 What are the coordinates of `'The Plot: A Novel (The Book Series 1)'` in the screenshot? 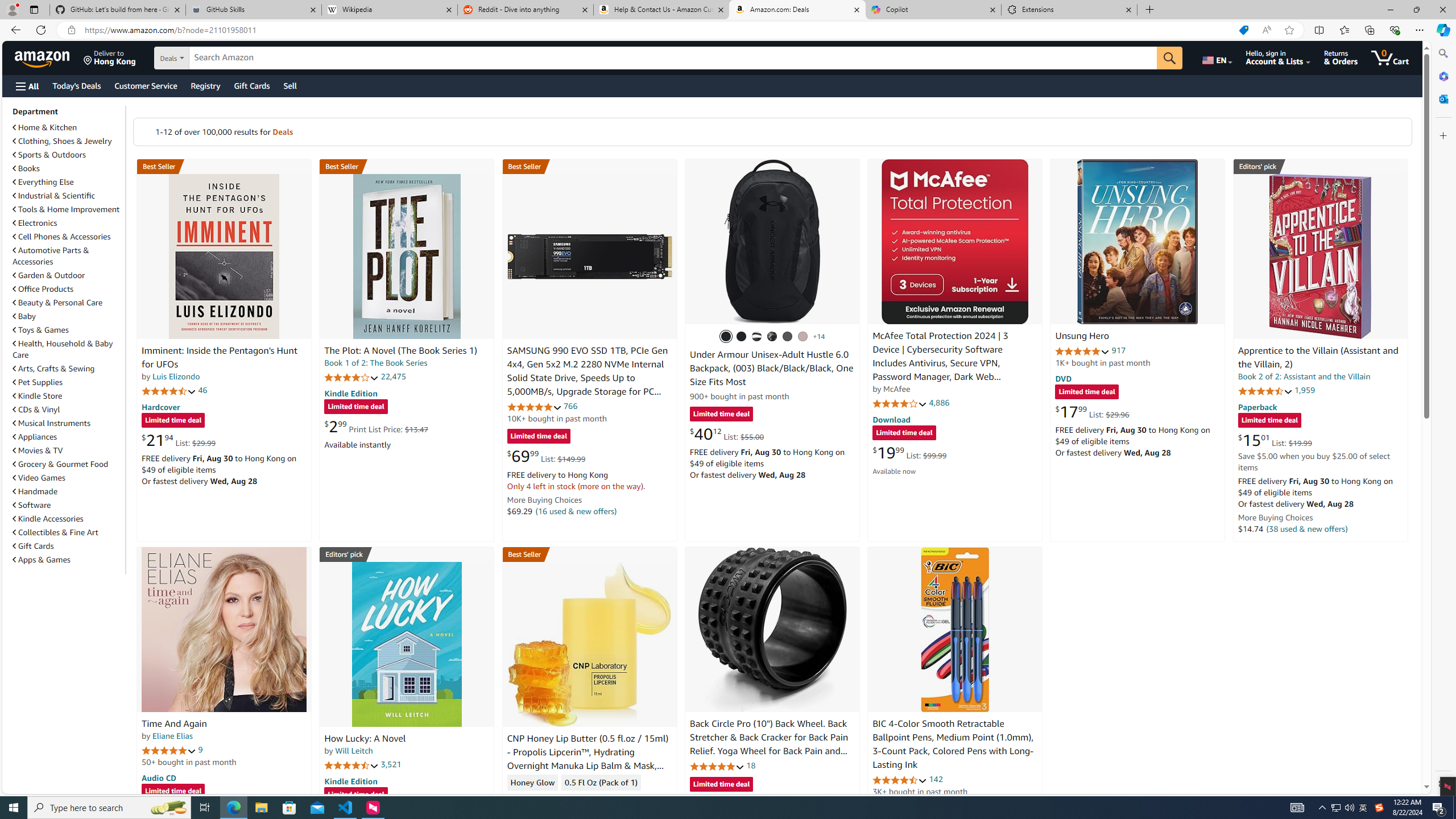 It's located at (401, 350).